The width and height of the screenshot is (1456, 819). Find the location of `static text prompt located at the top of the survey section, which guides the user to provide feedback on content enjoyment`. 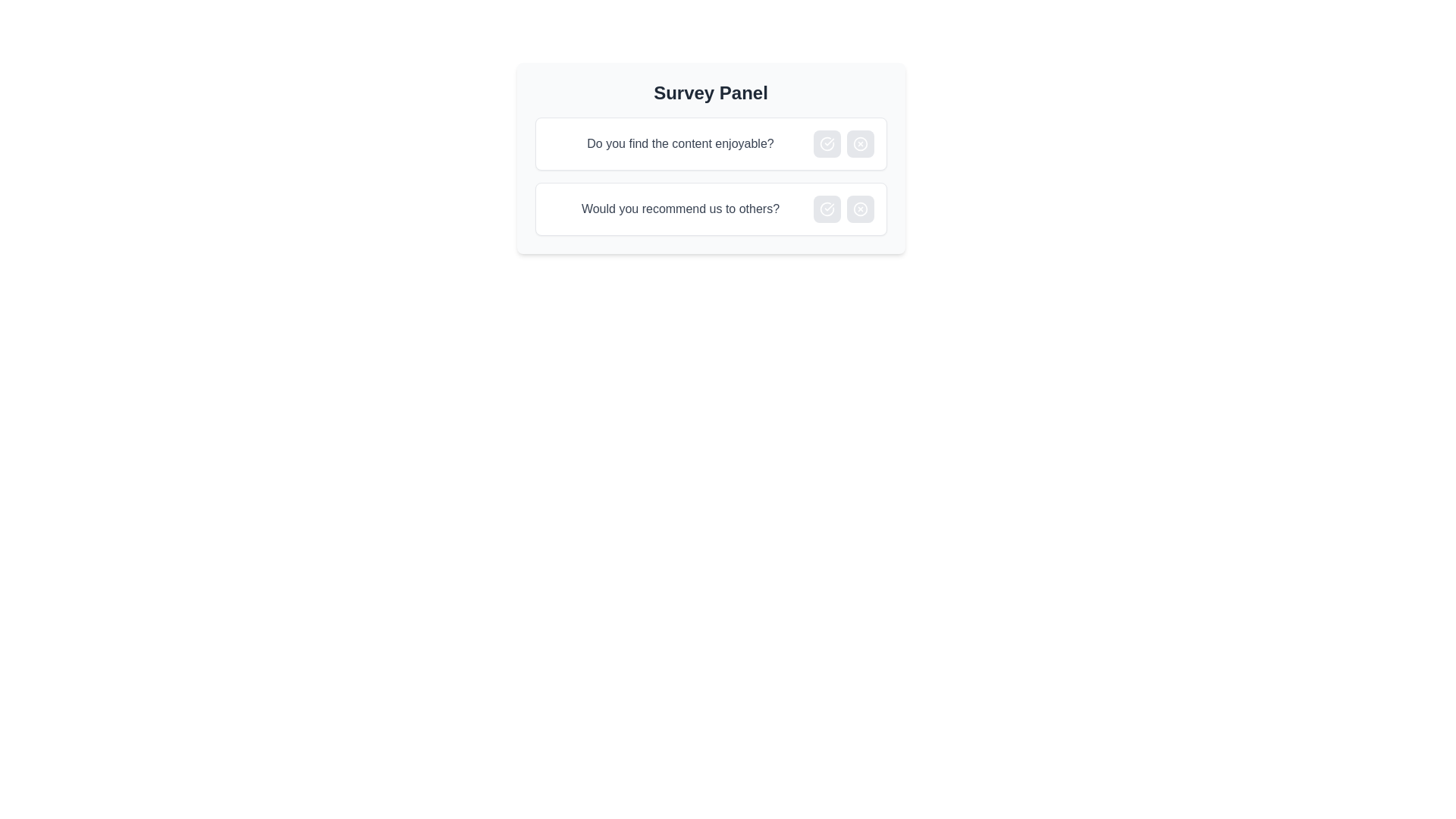

static text prompt located at the top of the survey section, which guides the user to provide feedback on content enjoyment is located at coordinates (679, 143).